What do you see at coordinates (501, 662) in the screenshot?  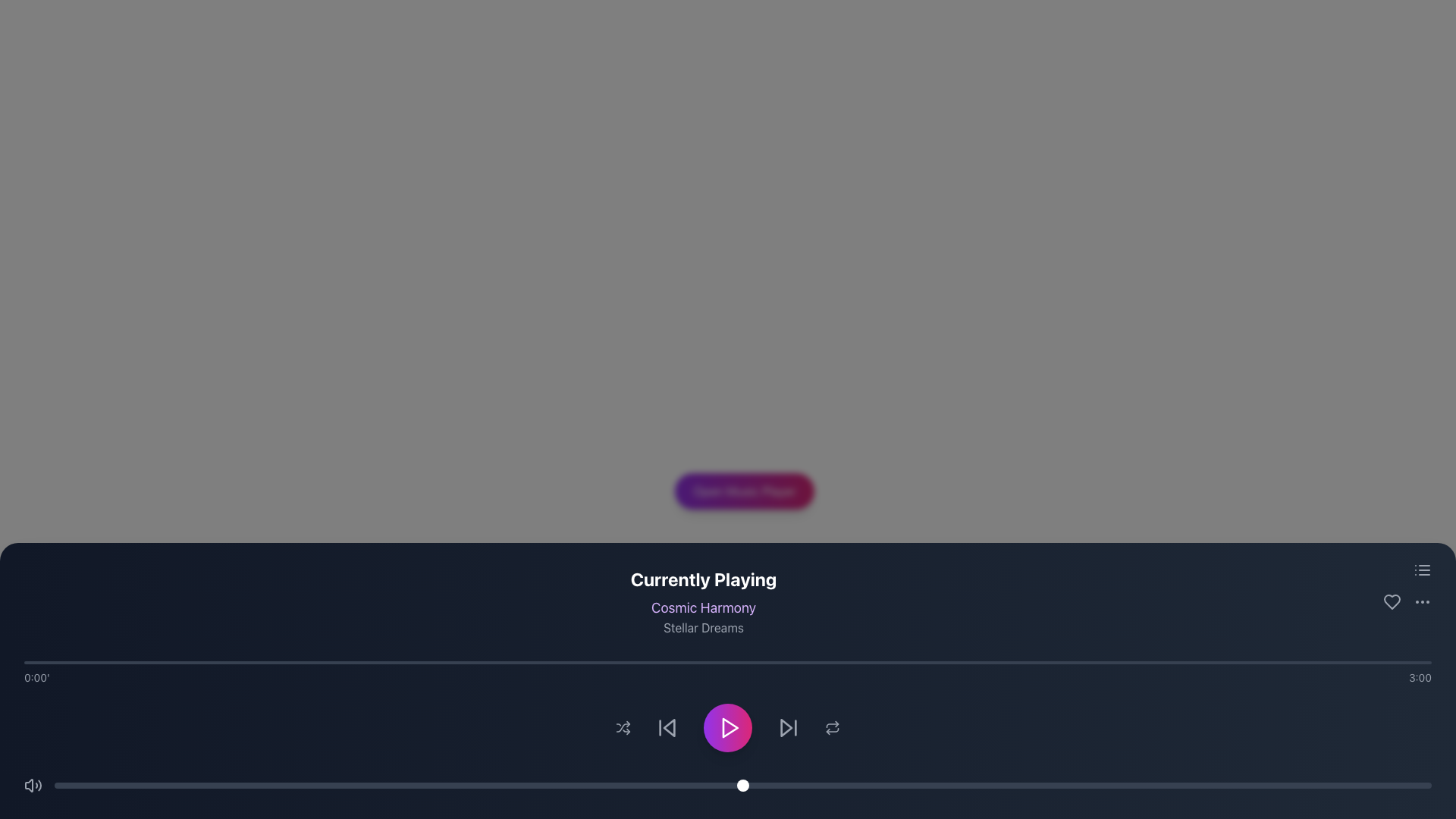 I see `playback position` at bounding box center [501, 662].